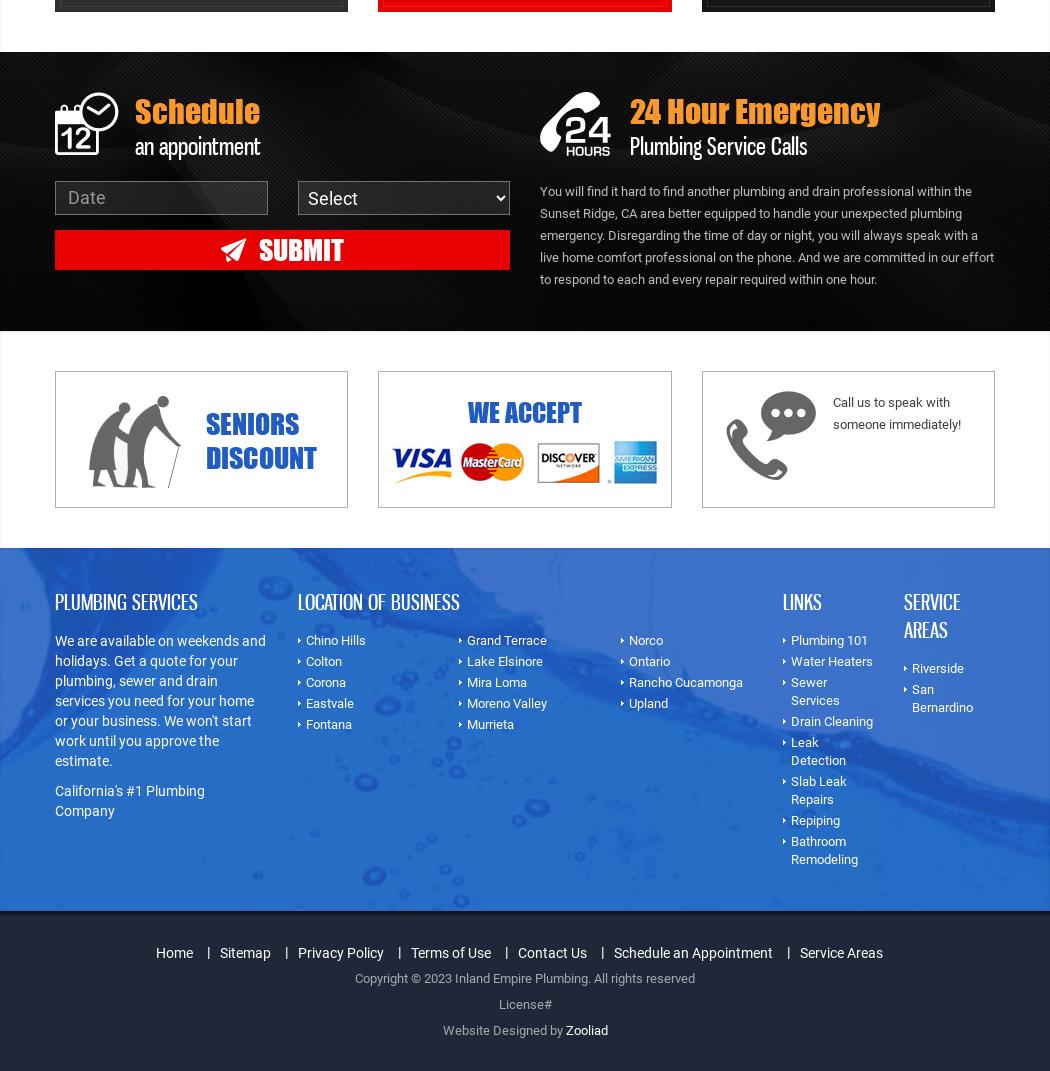  I want to click on 'Plumbing Service Calls', so click(718, 144).